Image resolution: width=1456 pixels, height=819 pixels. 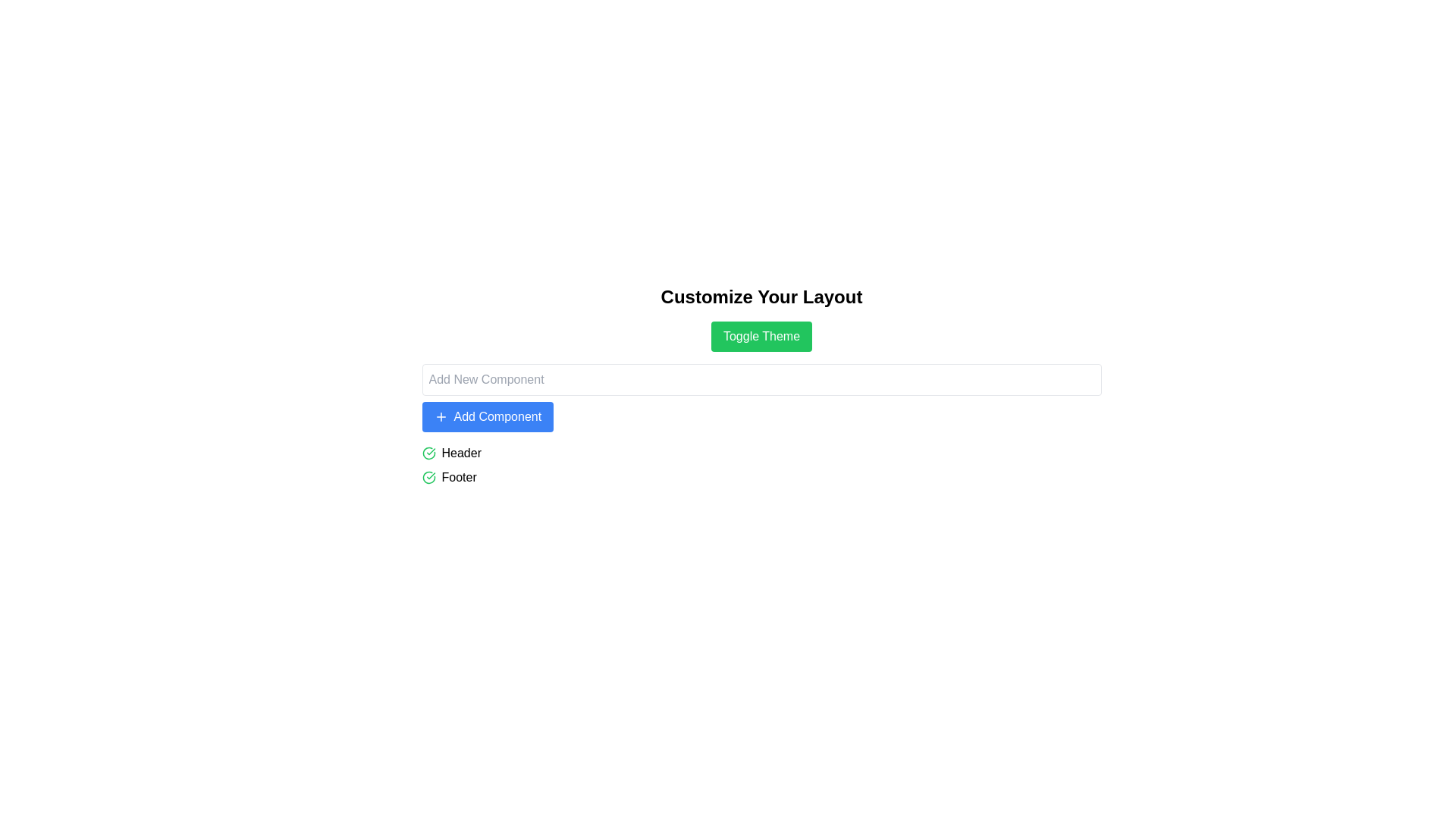 I want to click on the button located immediately below the 'Add New Component' input field, so click(x=488, y=417).